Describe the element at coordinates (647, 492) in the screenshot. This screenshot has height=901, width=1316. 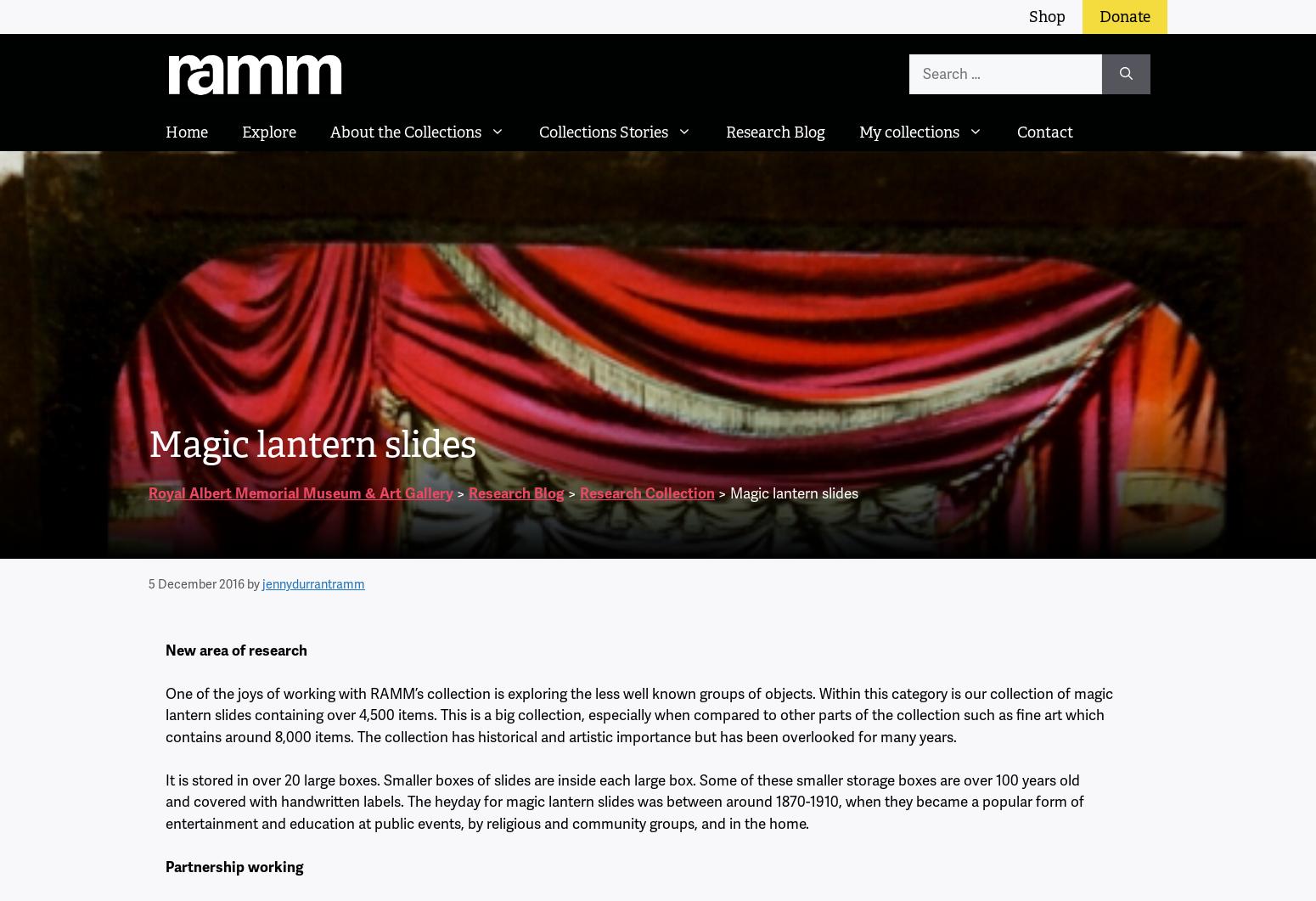
I see `'Research Collection'` at that location.